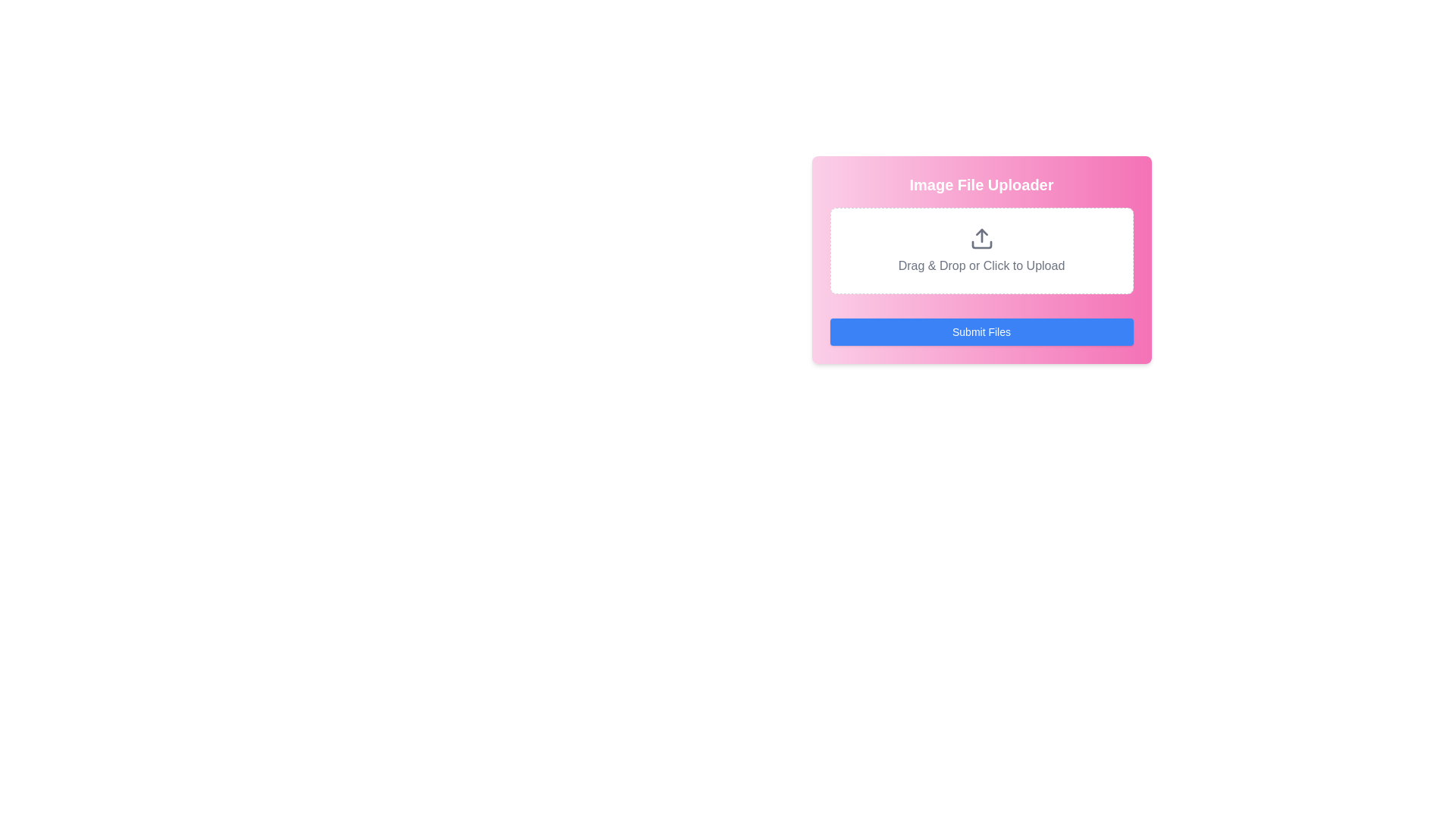  Describe the element at coordinates (981, 184) in the screenshot. I see `the Static Text element that serves as a title for the Image File Uploader section, located at the top of the card-like component with a pink gradient background` at that location.